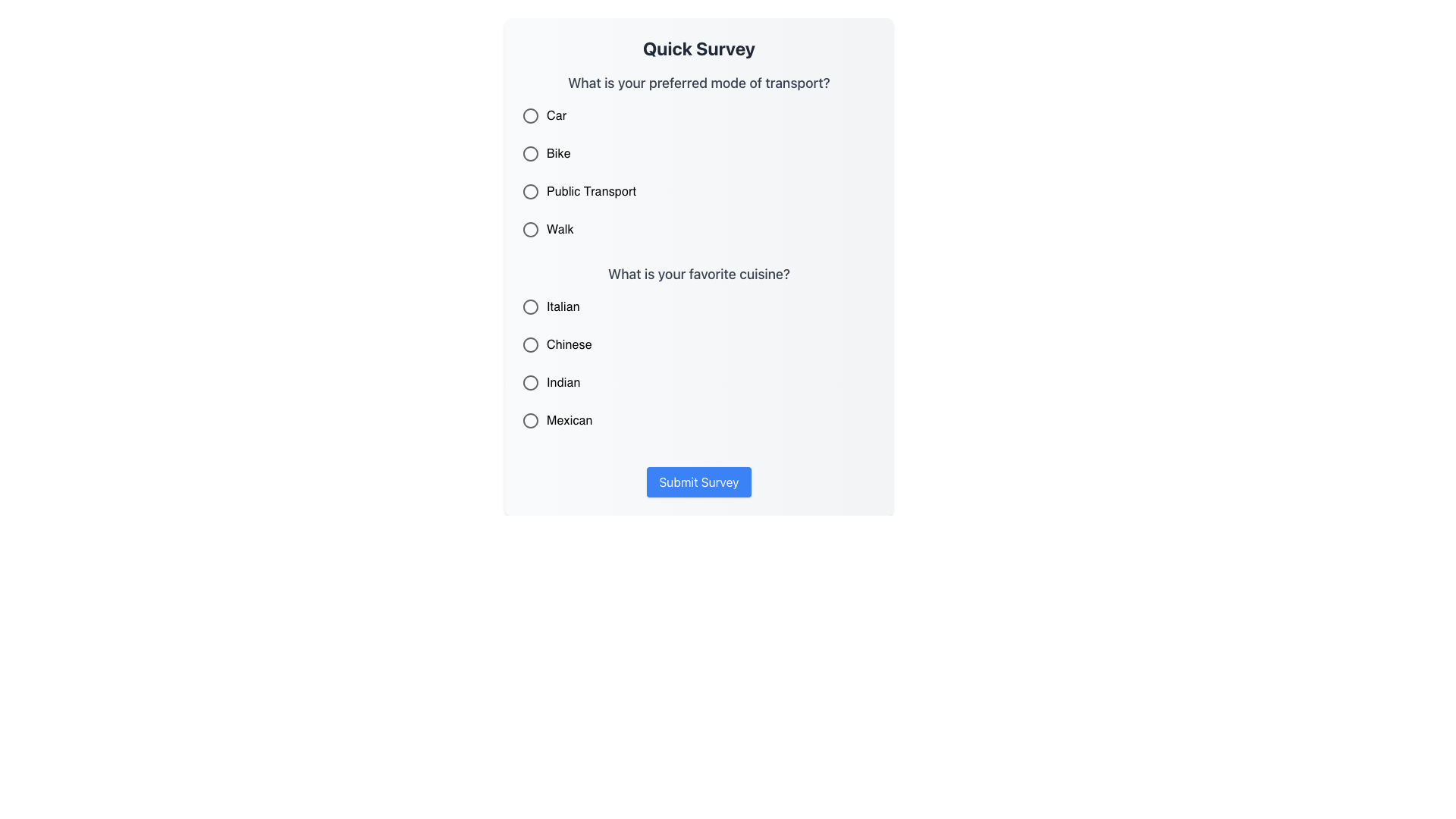  I want to click on the text label that indicates the 'Indian' option in the survey's cuisine selection section, which is positioned below 'Italian' and 'Chinese', so click(563, 382).